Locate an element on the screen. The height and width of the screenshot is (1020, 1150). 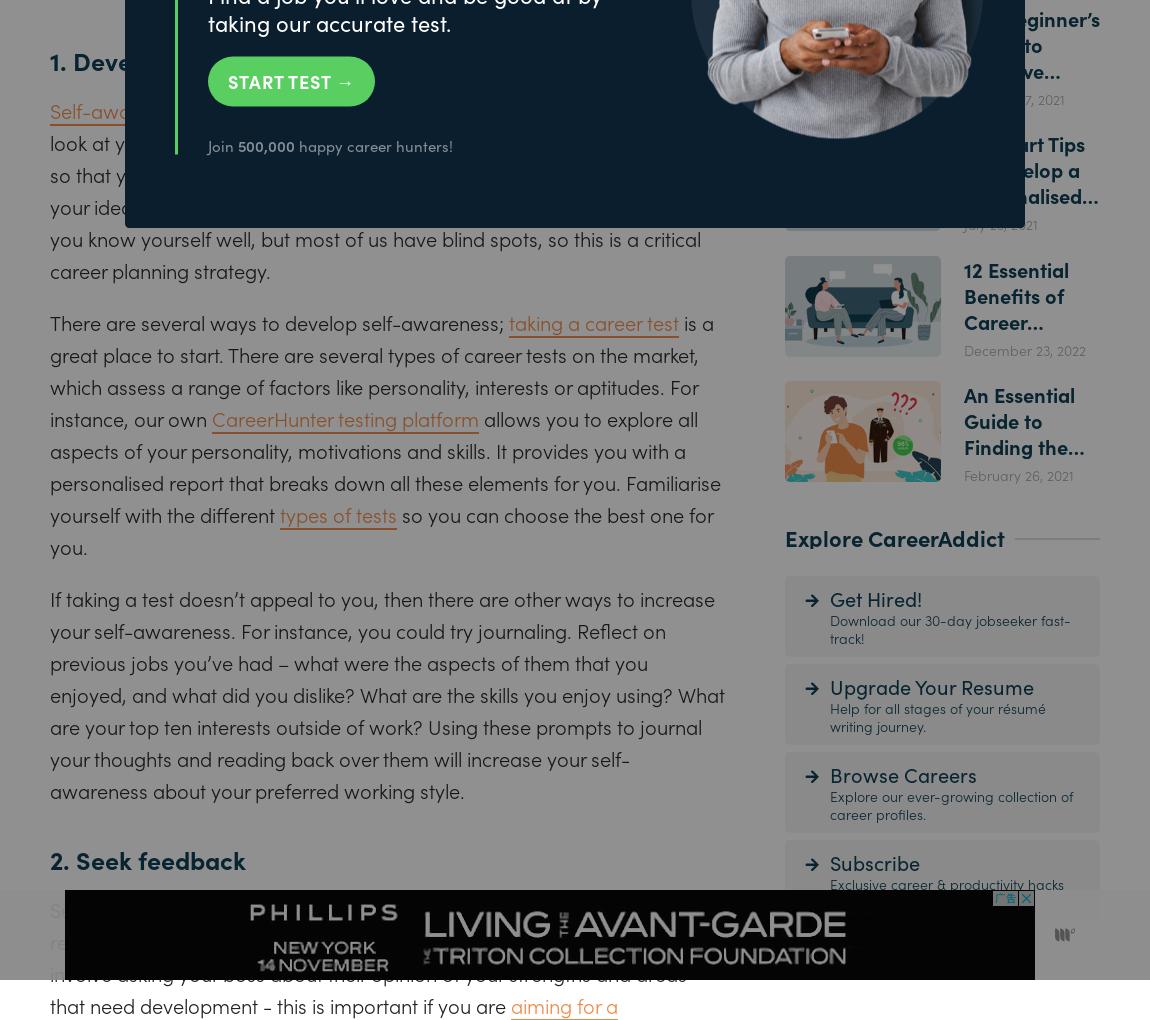
'CareerHunter testing platform' is located at coordinates (345, 417).